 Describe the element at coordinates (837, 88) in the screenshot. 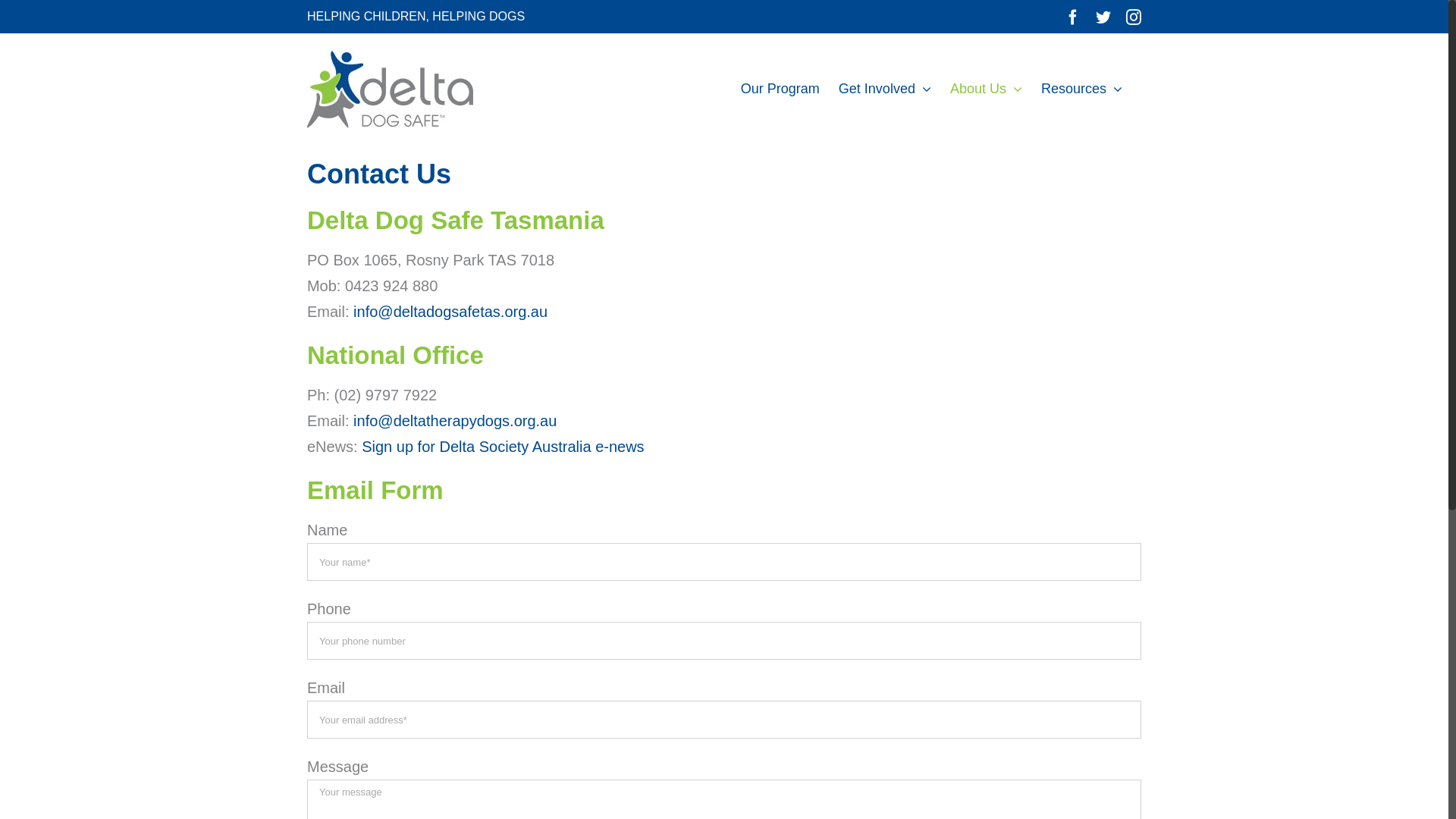

I see `'Get Involved'` at that location.